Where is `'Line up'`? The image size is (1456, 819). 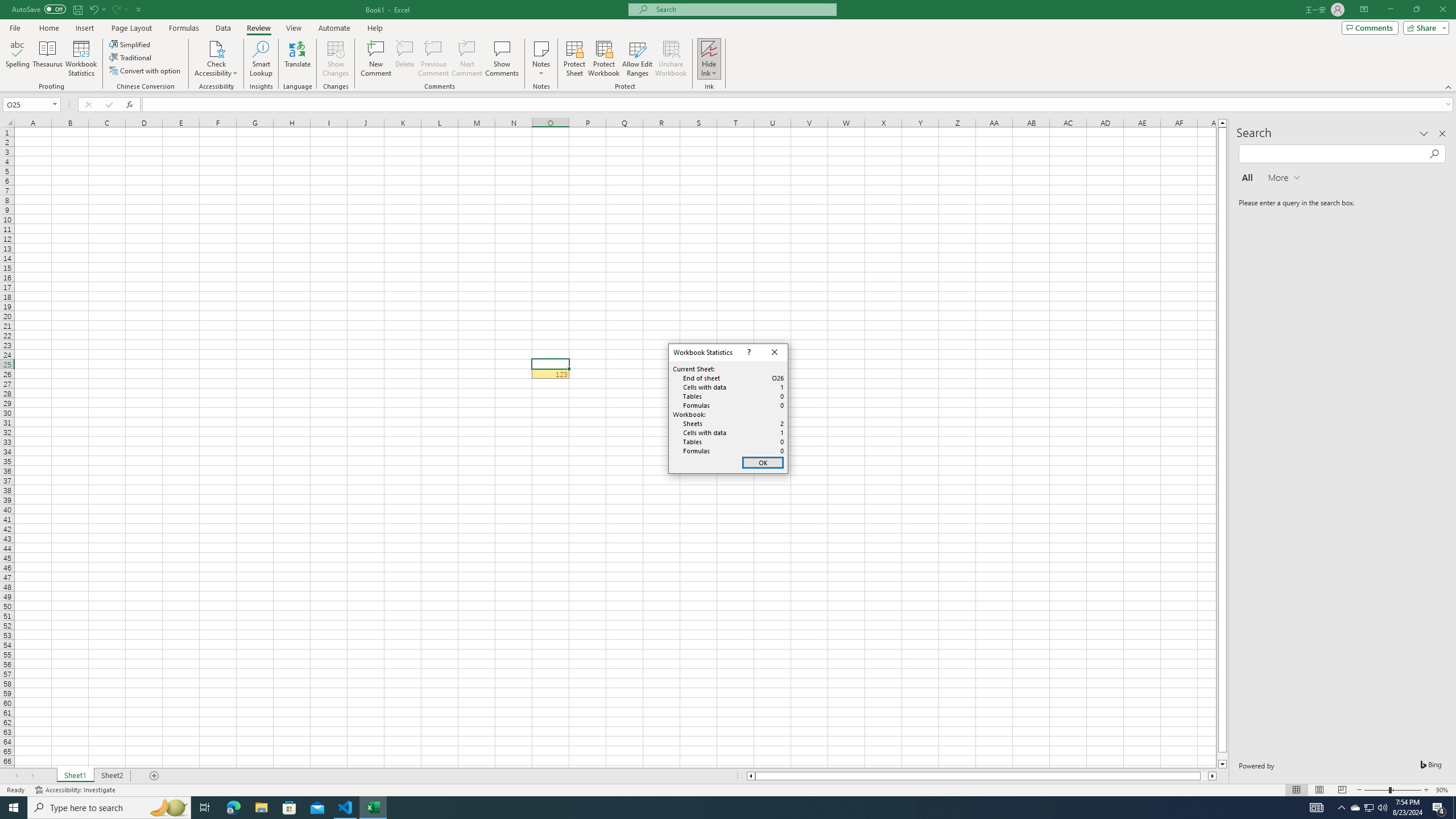 'Line up' is located at coordinates (1222, 122).